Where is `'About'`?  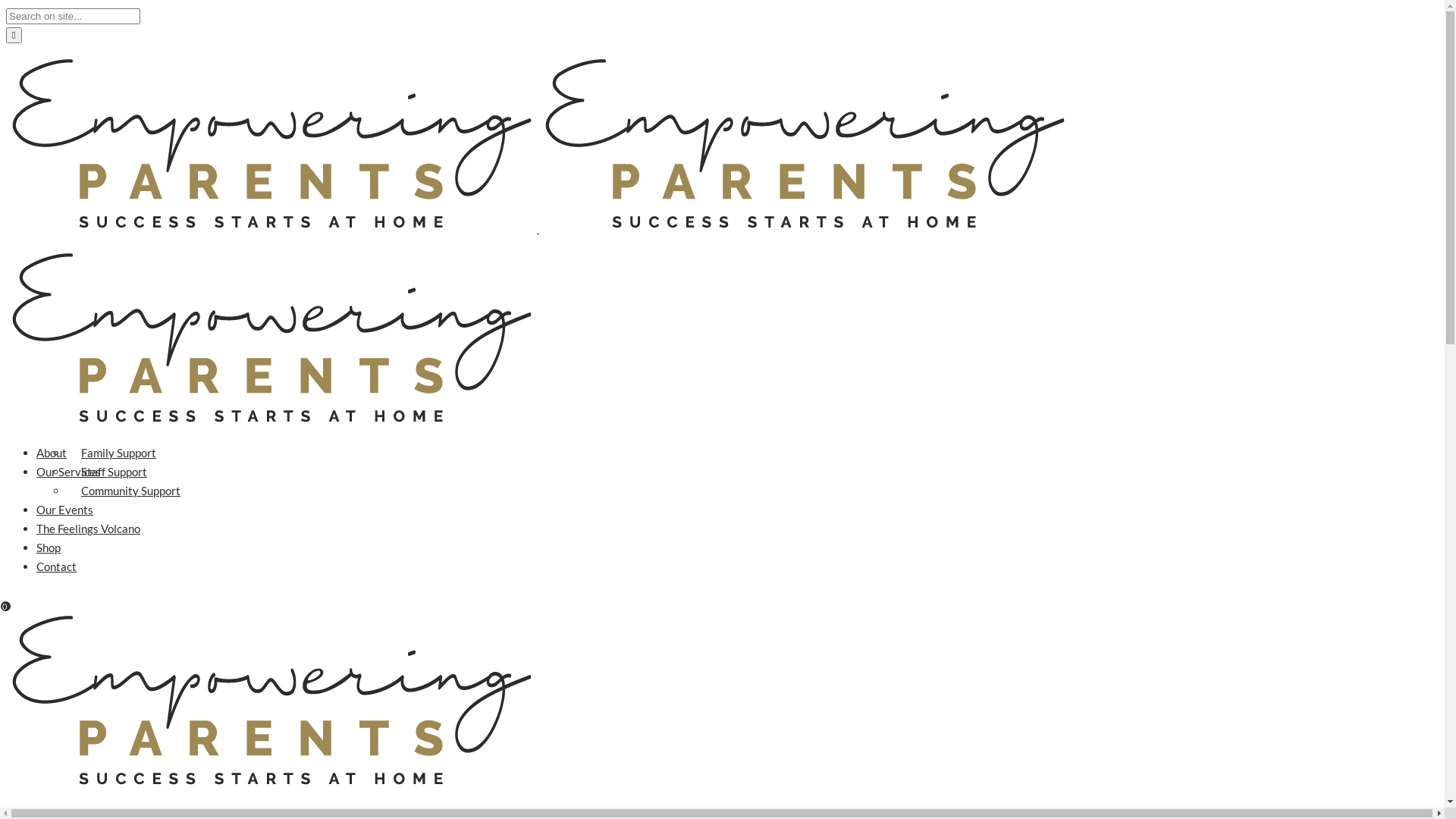 'About' is located at coordinates (36, 452).